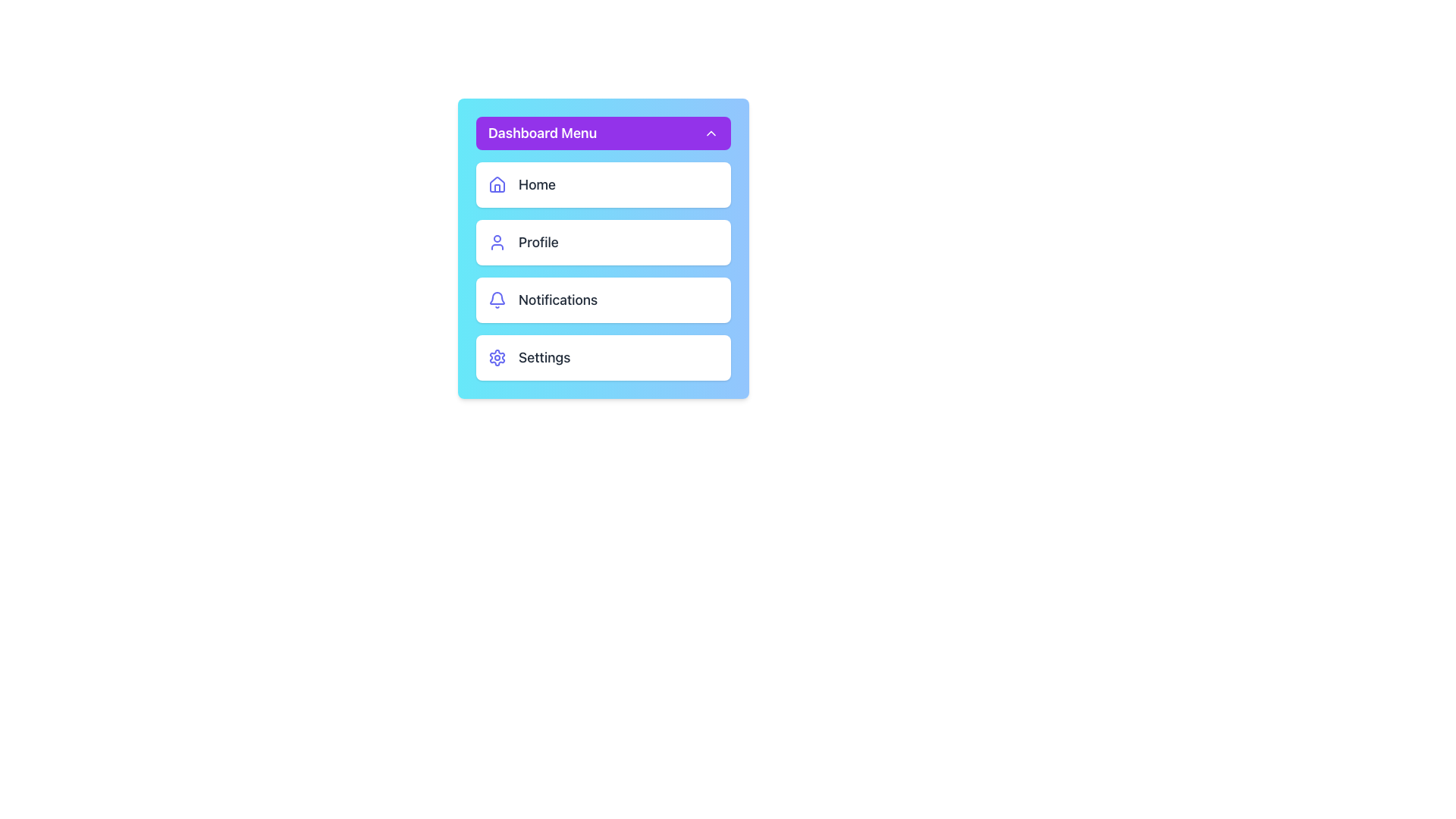  I want to click on the notification menu option within the vertical navigation panel, so click(603, 300).